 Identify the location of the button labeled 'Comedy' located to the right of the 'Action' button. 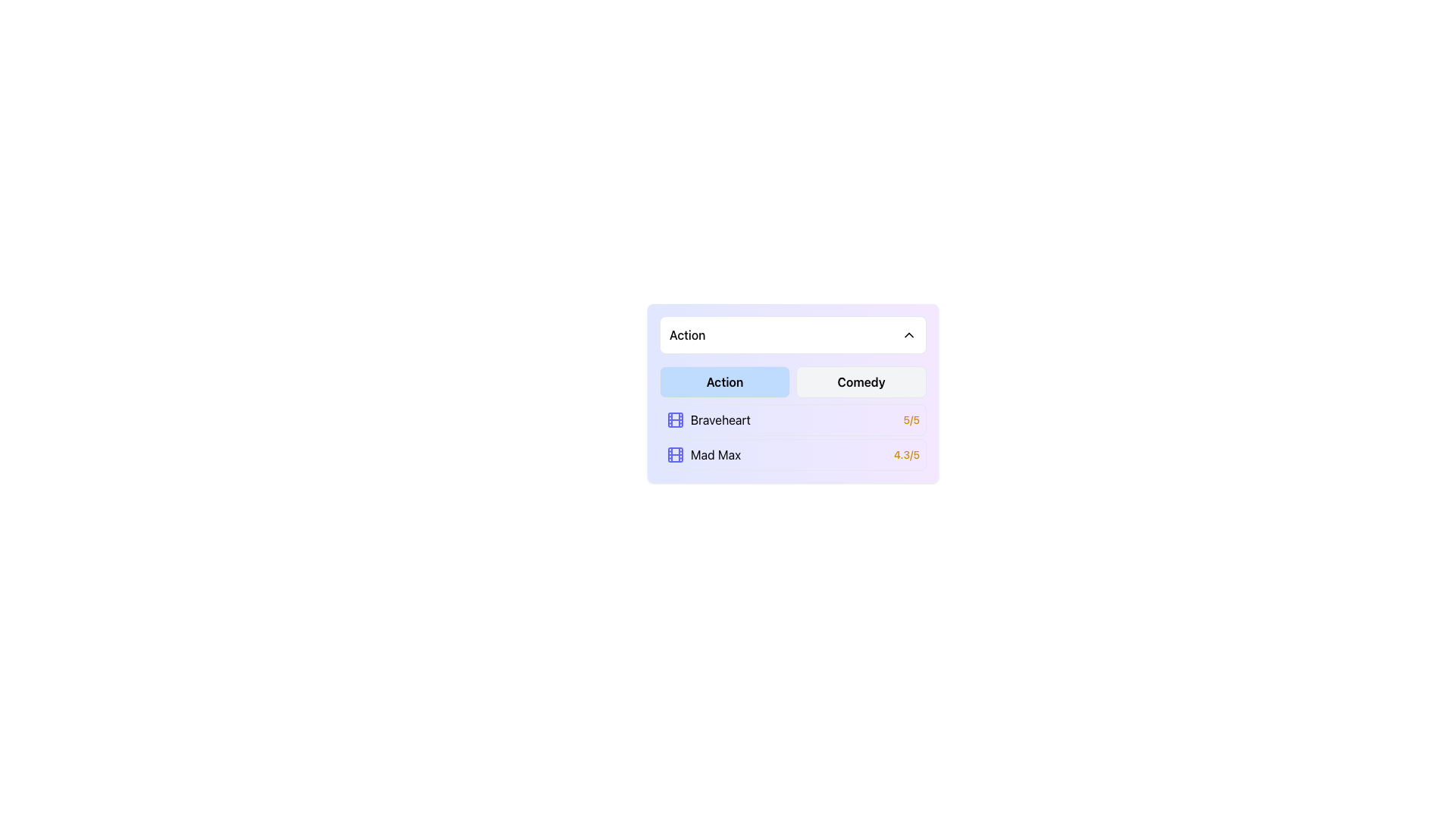
(861, 381).